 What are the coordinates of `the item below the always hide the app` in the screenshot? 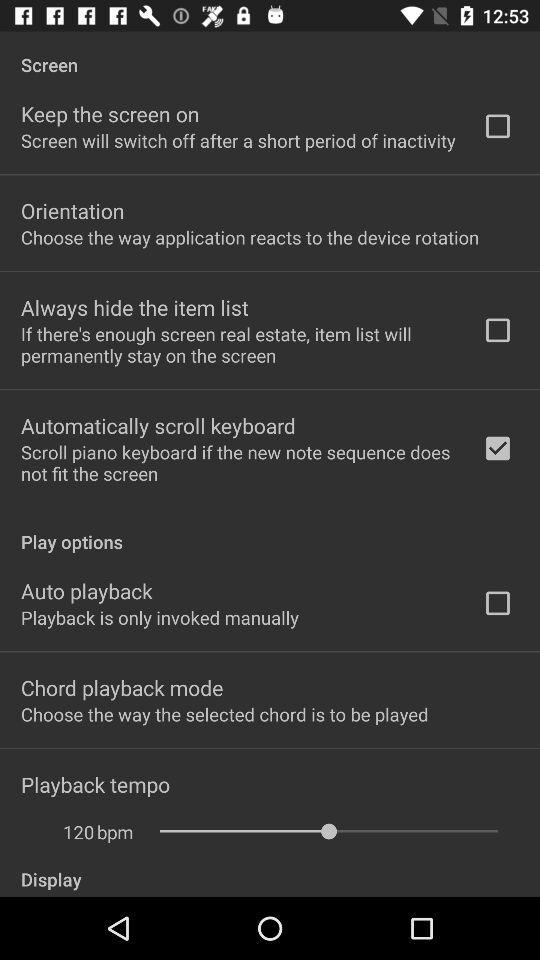 It's located at (238, 344).